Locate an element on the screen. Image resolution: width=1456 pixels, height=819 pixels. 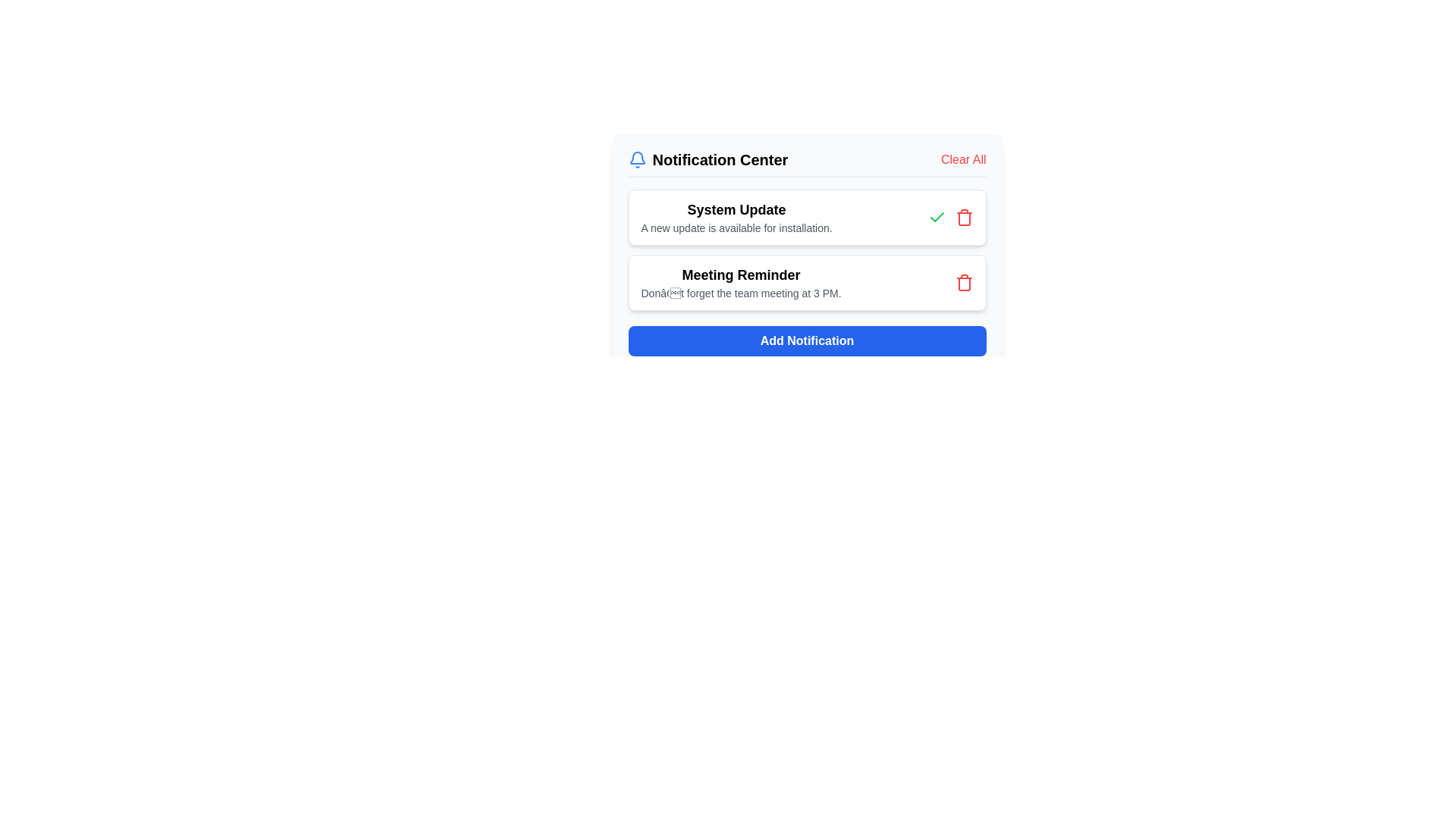
the blue bell icon located in the top-left corner of the 'Notification Center' title section is located at coordinates (637, 160).